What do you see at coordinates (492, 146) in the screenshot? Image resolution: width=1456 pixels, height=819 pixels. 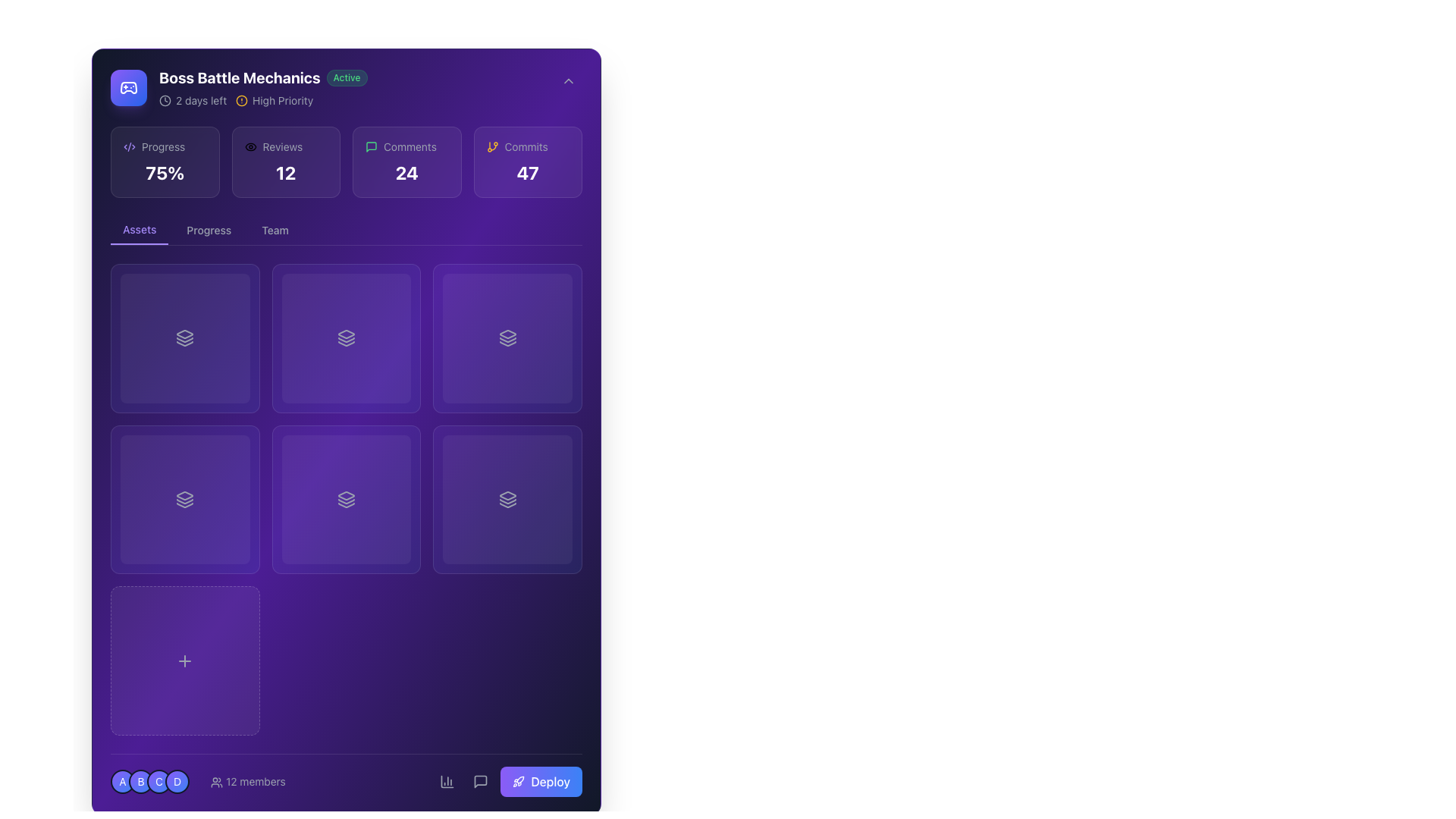 I see `the small orange icon resembling a branching structure, located to the left of the text 'Commits'` at bounding box center [492, 146].